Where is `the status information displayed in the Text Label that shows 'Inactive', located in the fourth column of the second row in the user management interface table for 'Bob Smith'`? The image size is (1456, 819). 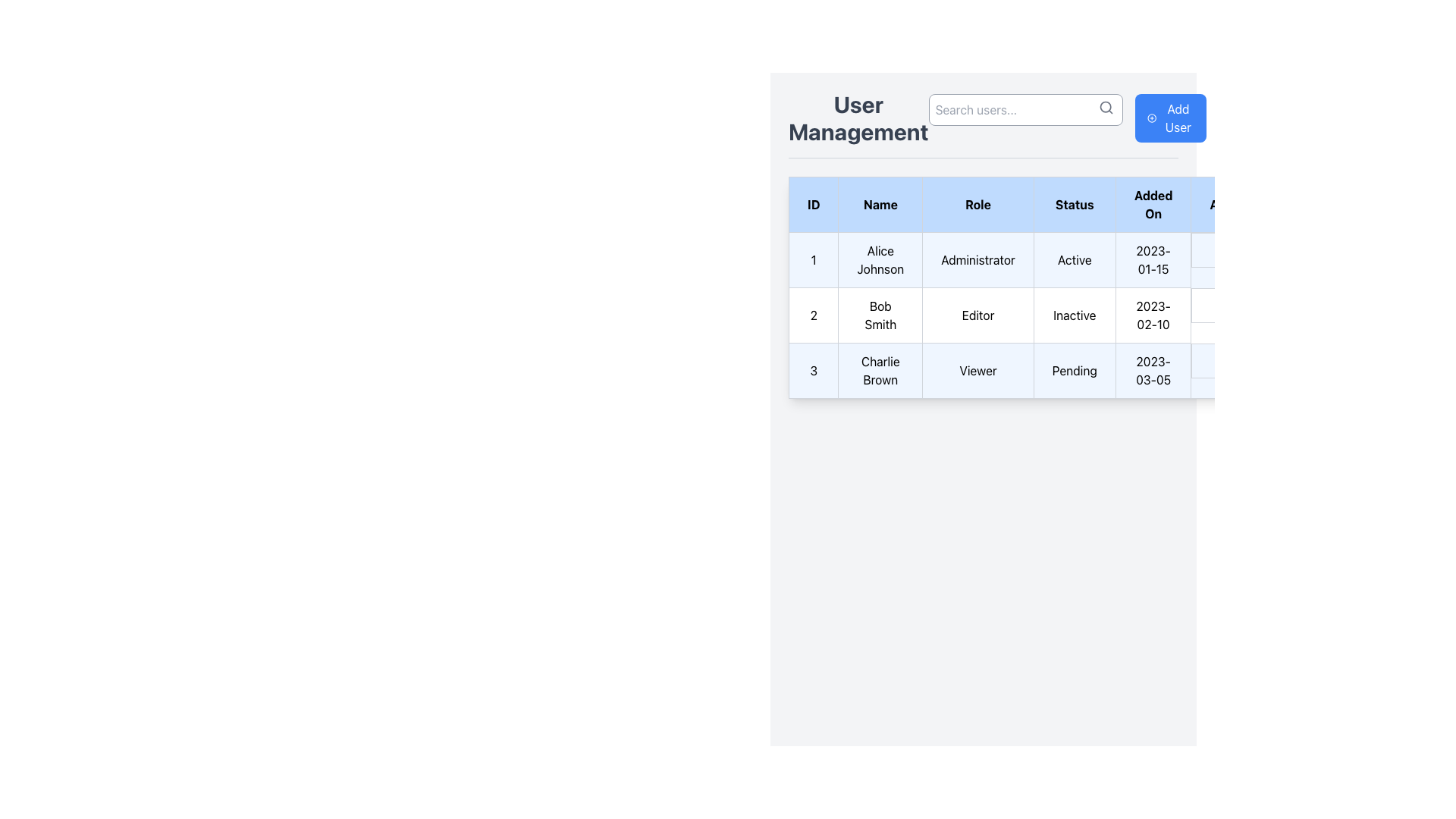
the status information displayed in the Text Label that shows 'Inactive', located in the fourth column of the second row in the user management interface table for 'Bob Smith' is located at coordinates (1074, 315).